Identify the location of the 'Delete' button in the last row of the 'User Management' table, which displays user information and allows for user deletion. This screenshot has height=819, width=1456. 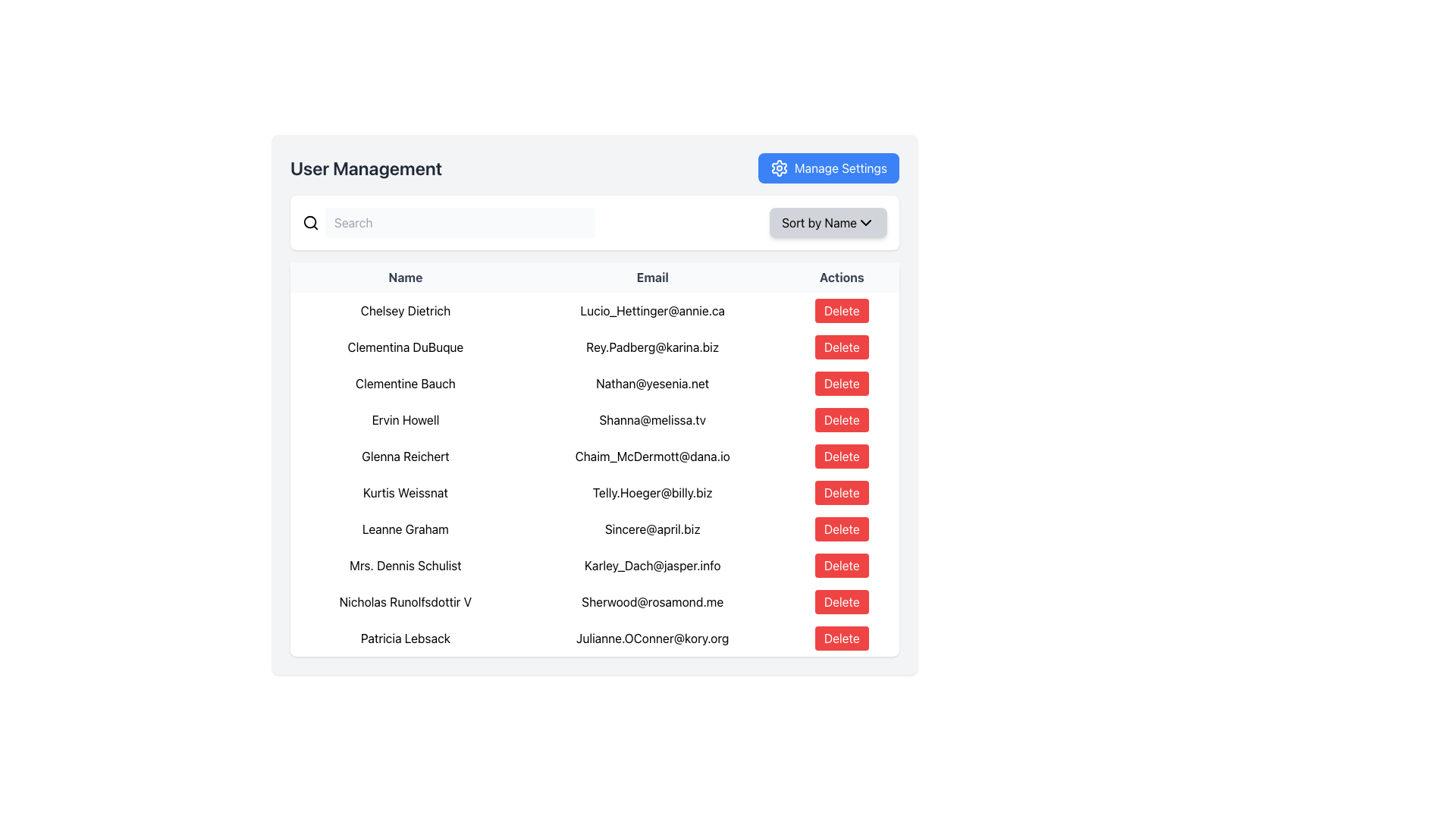
(594, 638).